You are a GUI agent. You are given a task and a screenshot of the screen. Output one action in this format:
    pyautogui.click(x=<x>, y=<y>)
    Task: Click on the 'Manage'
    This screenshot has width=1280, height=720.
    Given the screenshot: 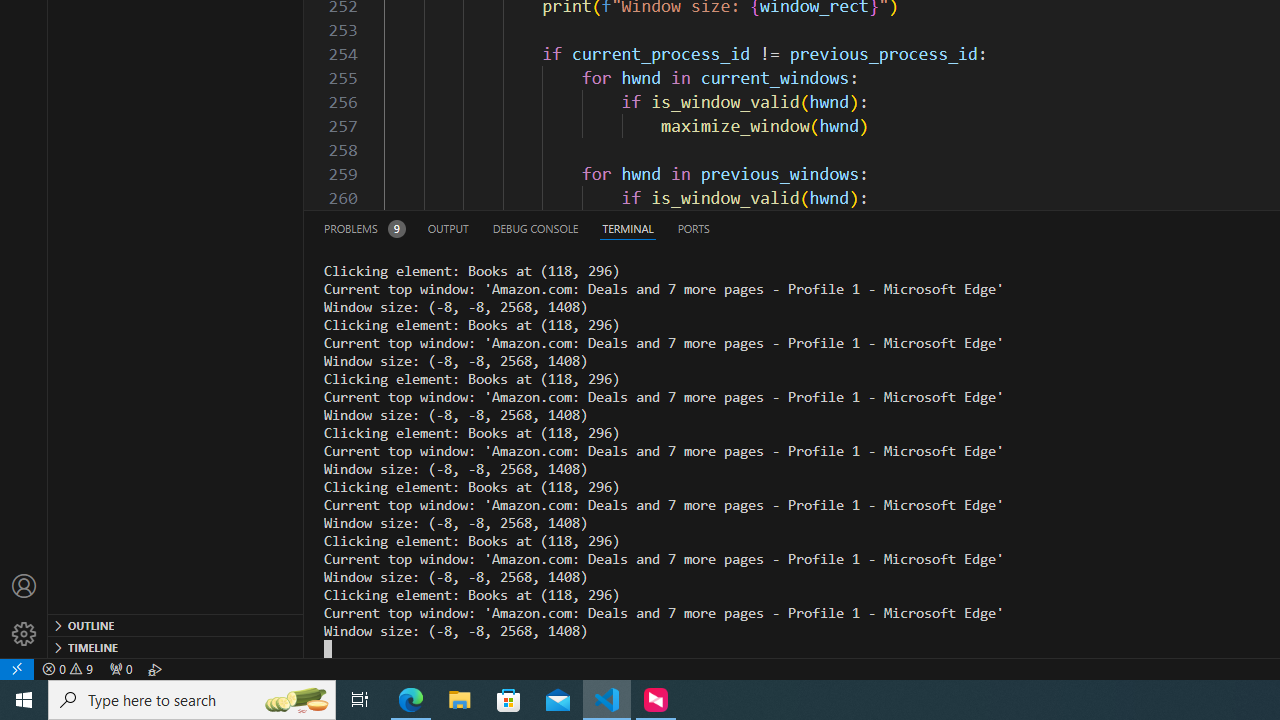 What is the action you would take?
    pyautogui.click(x=24, y=633)
    